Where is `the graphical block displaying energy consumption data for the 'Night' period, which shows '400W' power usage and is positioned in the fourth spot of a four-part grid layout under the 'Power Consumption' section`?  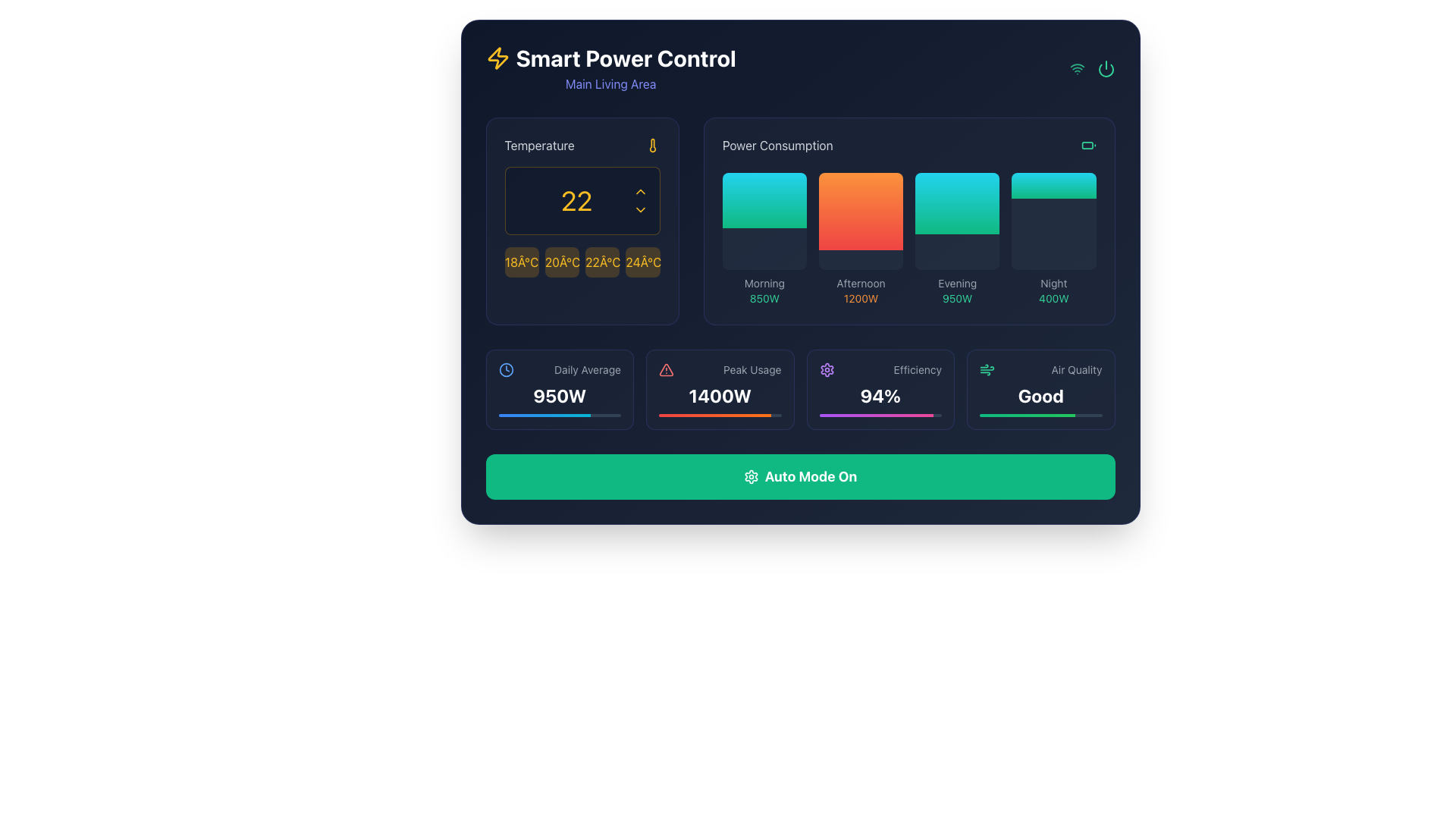 the graphical block displaying energy consumption data for the 'Night' period, which shows '400W' power usage and is positioned in the fourth spot of a four-part grid layout under the 'Power Consumption' section is located at coordinates (1053, 239).